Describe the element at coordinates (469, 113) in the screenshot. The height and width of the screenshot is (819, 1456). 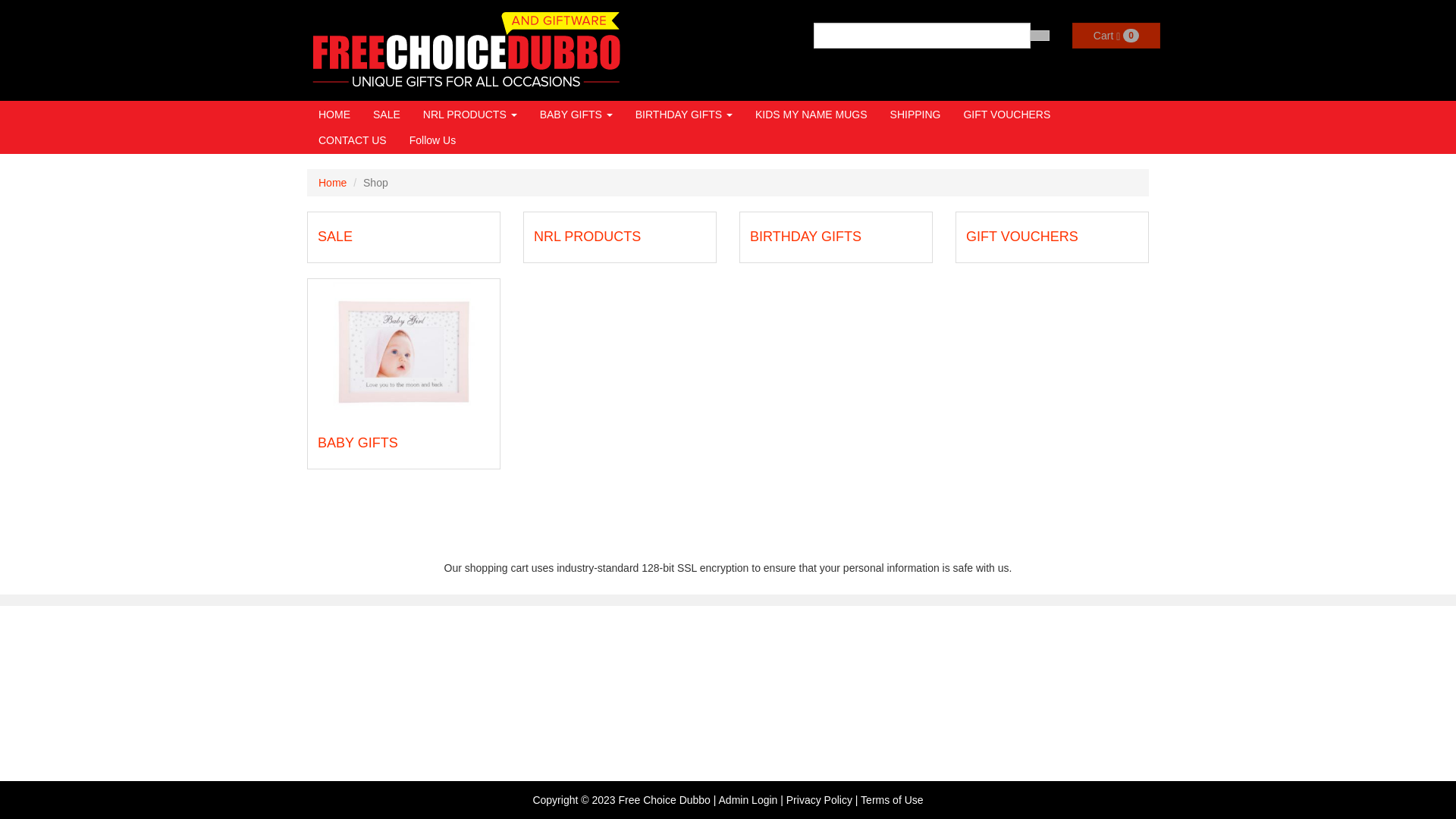
I see `'NRL PRODUCTS'` at that location.